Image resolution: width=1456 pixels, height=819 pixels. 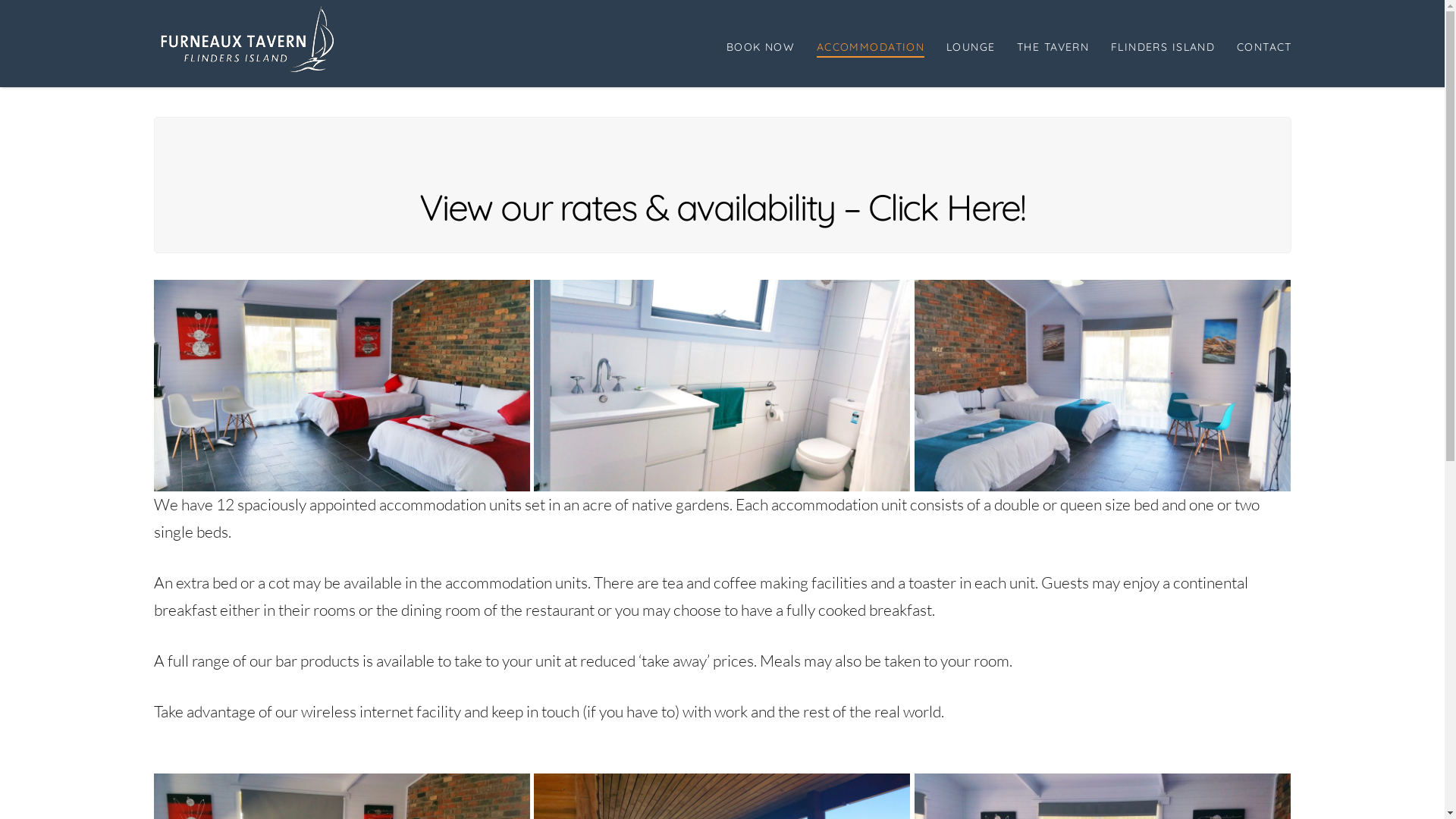 What do you see at coordinates (1161, 42) in the screenshot?
I see `'FLINDERS ISLAND'` at bounding box center [1161, 42].